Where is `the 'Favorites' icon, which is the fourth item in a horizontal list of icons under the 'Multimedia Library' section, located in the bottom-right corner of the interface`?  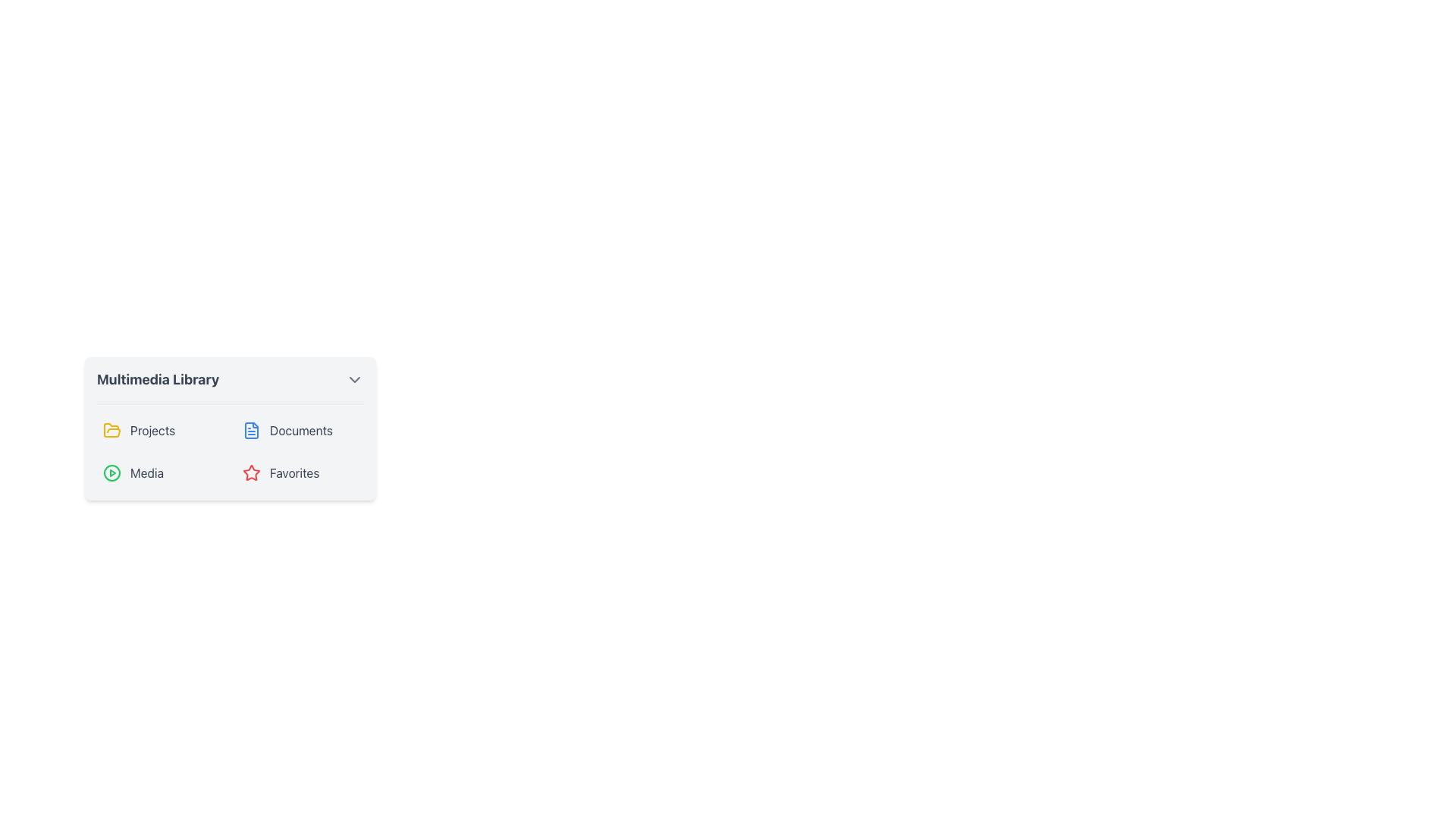
the 'Favorites' icon, which is the fourth item in a horizontal list of icons under the 'Multimedia Library' section, located in the bottom-right corner of the interface is located at coordinates (251, 472).